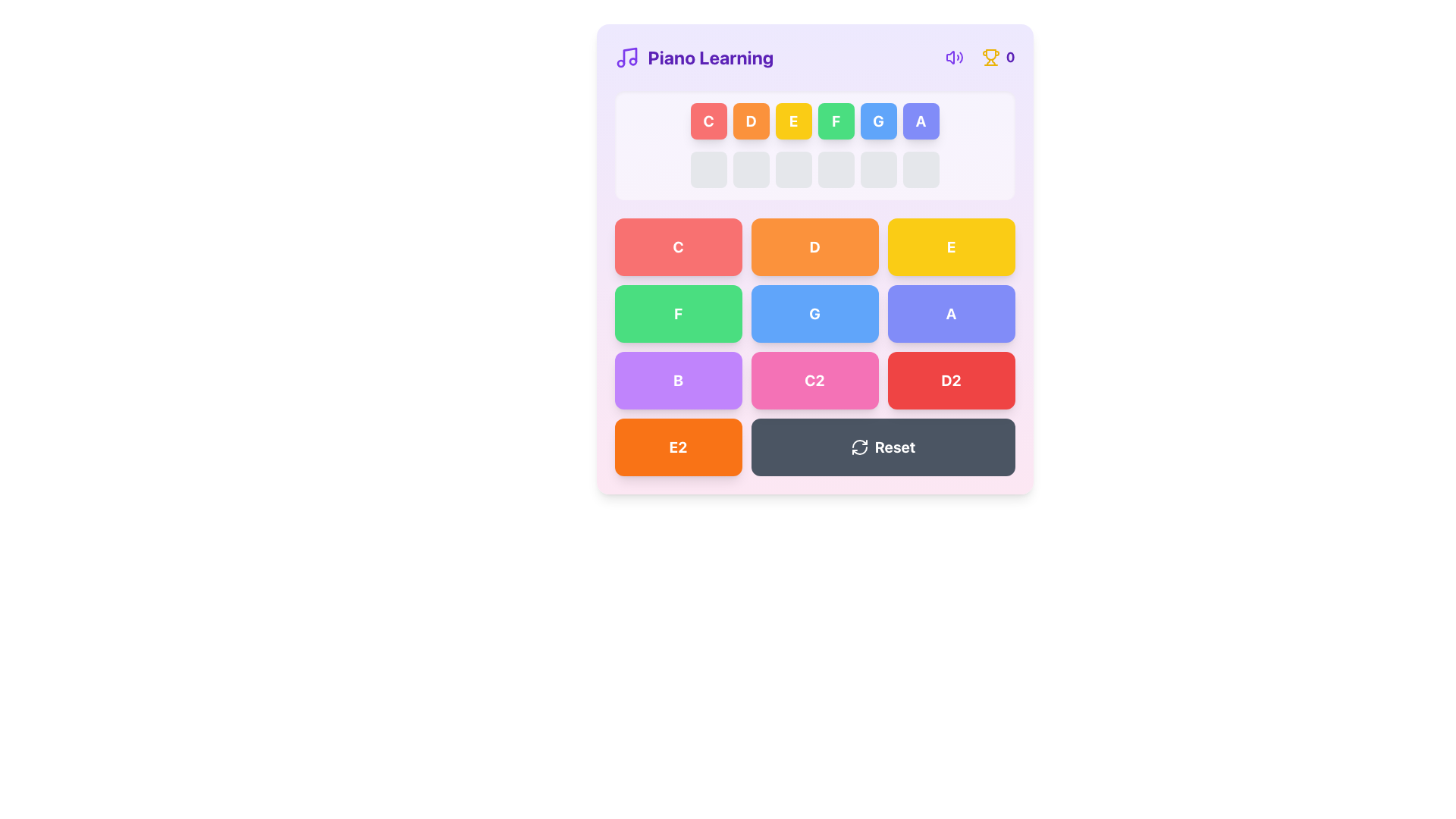  What do you see at coordinates (835, 120) in the screenshot?
I see `the green square button with a bold white letter 'F' centered within it, located in the first row of buttons in the colorful piano learning interface, specifically the third button from the left` at bounding box center [835, 120].